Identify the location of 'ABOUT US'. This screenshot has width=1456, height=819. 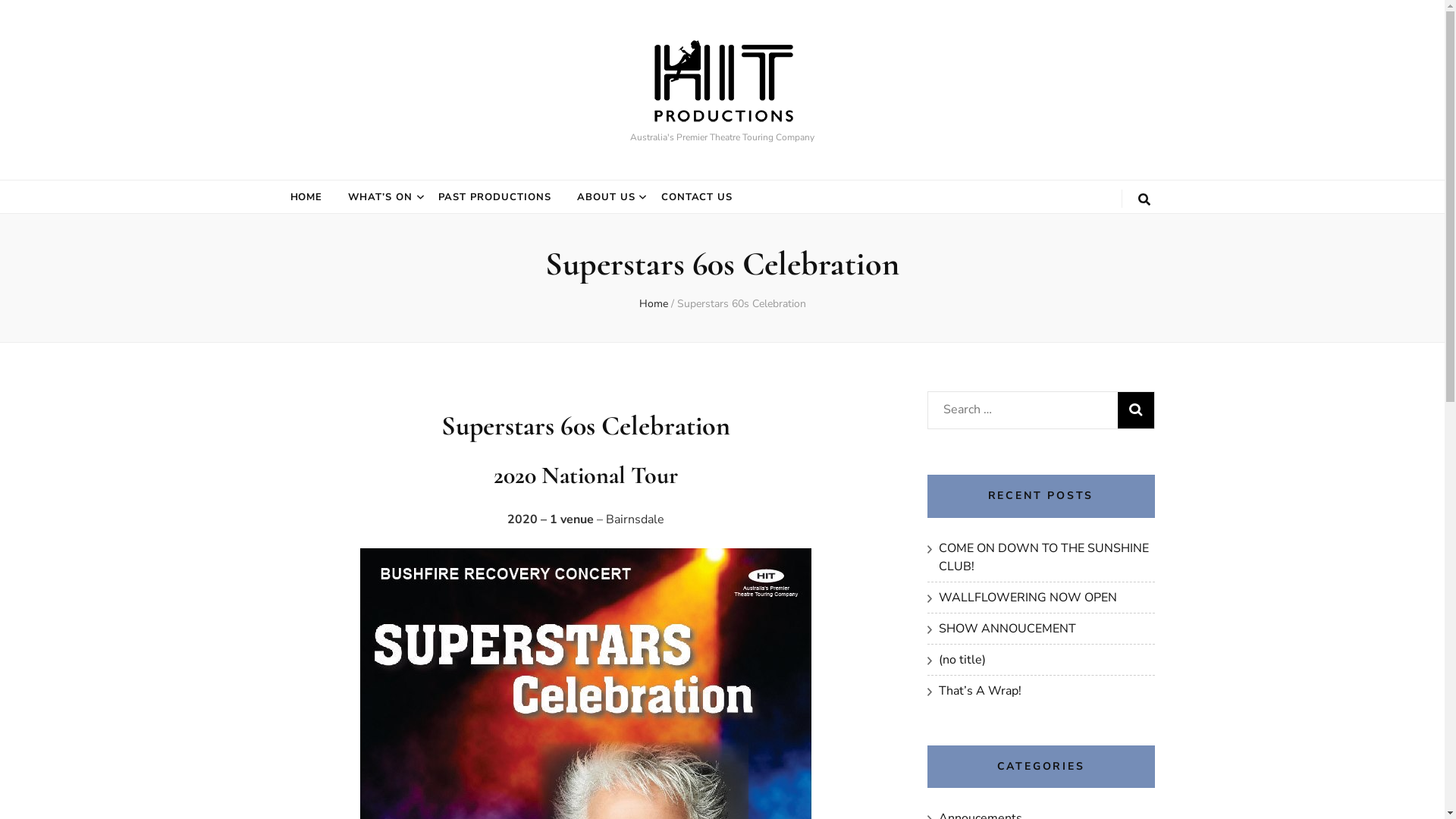
(605, 196).